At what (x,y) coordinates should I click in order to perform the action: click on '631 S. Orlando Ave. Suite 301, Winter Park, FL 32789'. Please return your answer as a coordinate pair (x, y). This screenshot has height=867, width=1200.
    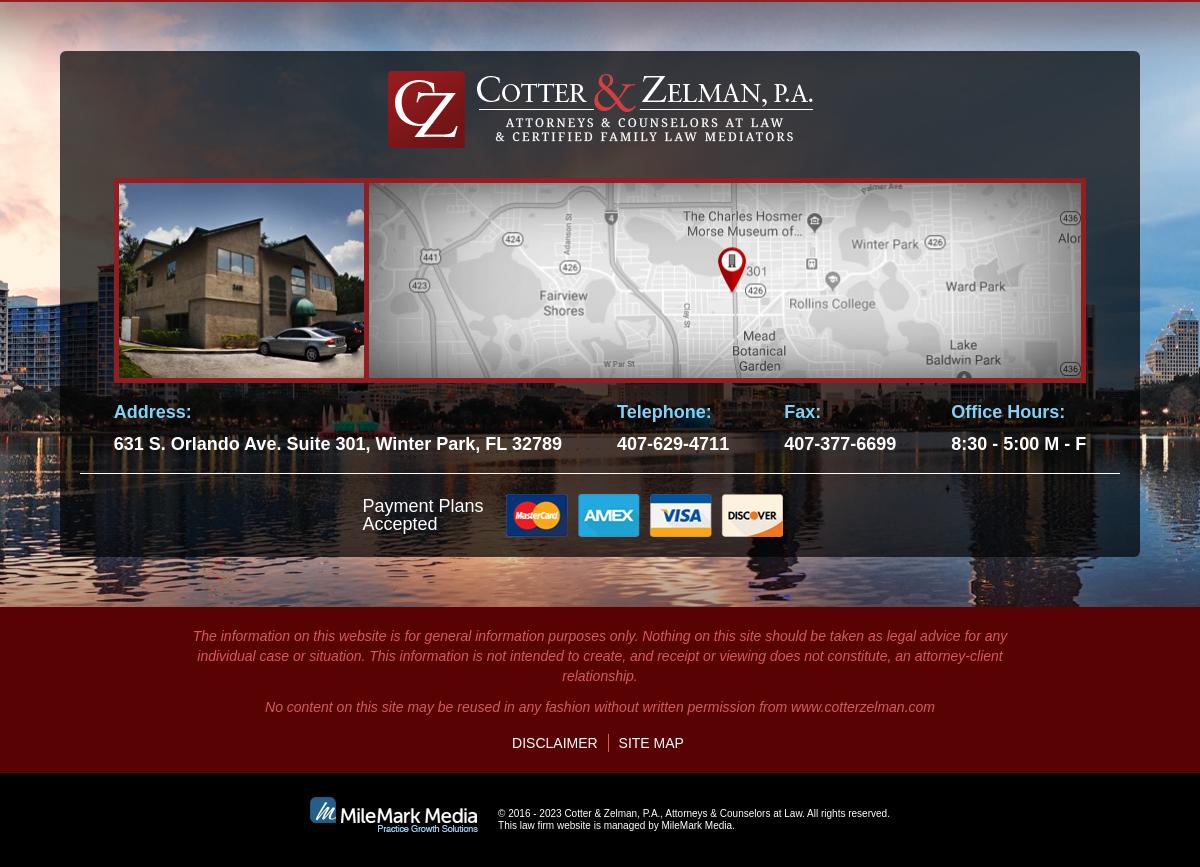
    Looking at the image, I should click on (113, 442).